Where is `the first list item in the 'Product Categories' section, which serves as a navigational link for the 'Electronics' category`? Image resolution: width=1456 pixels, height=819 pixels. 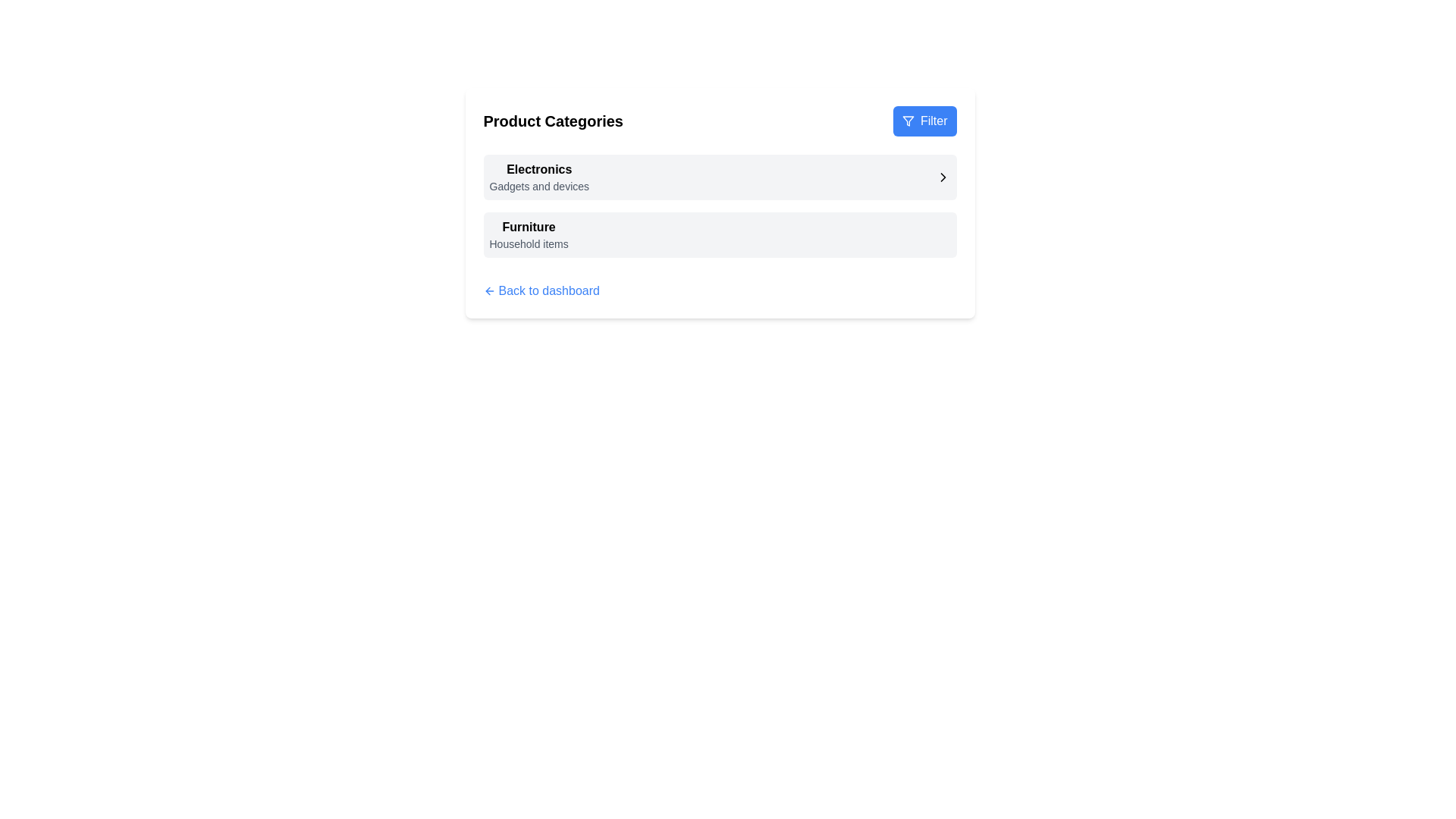
the first list item in the 'Product Categories' section, which serves as a navigational link for the 'Electronics' category is located at coordinates (719, 177).